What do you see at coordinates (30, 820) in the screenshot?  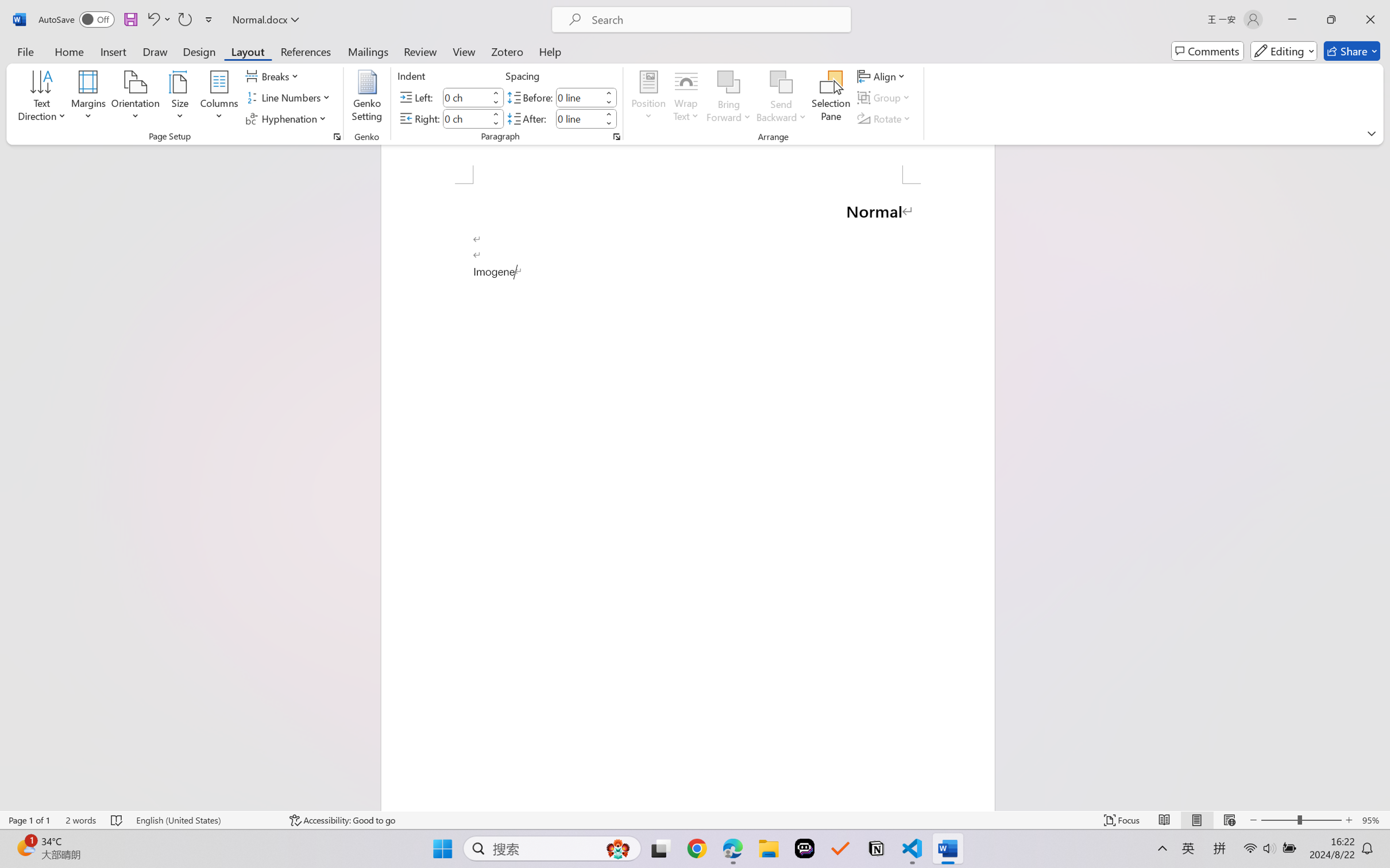 I see `'Page Number Page 1 of 1'` at bounding box center [30, 820].